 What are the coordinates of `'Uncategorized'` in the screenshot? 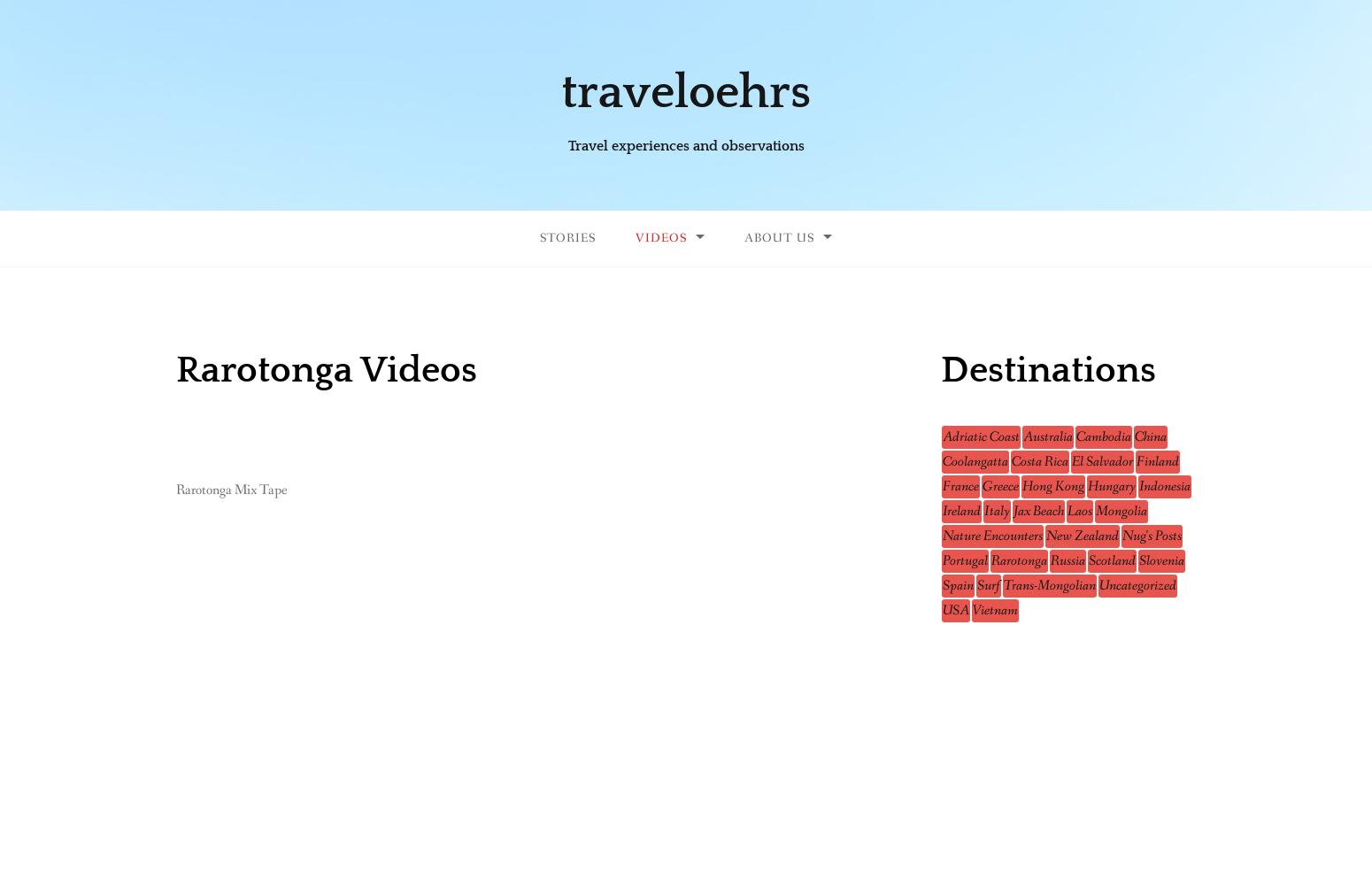 It's located at (1137, 585).